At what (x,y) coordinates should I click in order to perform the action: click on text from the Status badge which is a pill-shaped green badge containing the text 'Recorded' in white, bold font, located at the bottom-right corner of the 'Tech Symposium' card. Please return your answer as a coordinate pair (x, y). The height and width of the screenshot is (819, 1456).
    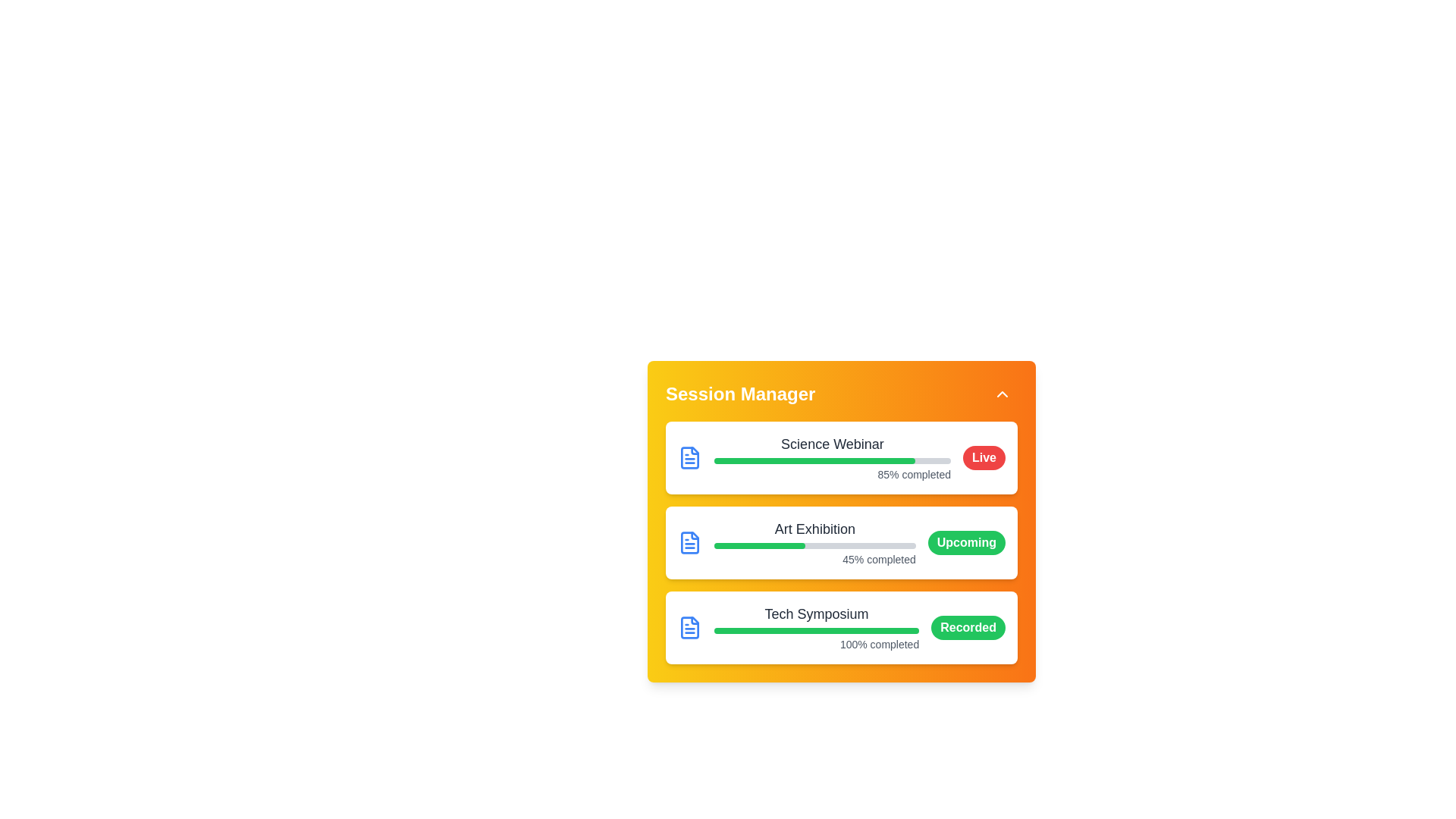
    Looking at the image, I should click on (968, 628).